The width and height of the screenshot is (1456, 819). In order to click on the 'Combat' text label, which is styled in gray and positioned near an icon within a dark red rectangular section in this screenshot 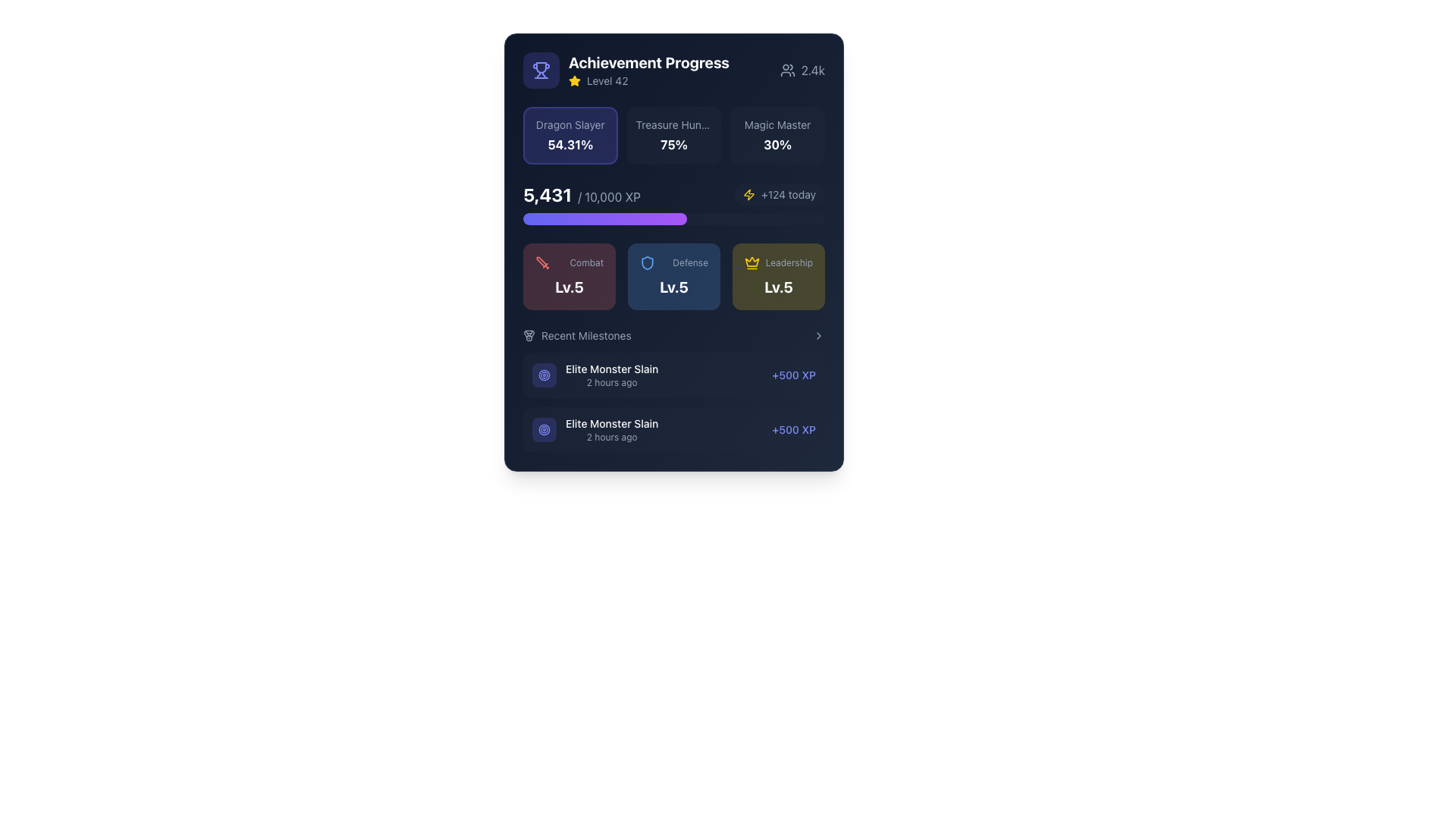, I will do `click(585, 262)`.